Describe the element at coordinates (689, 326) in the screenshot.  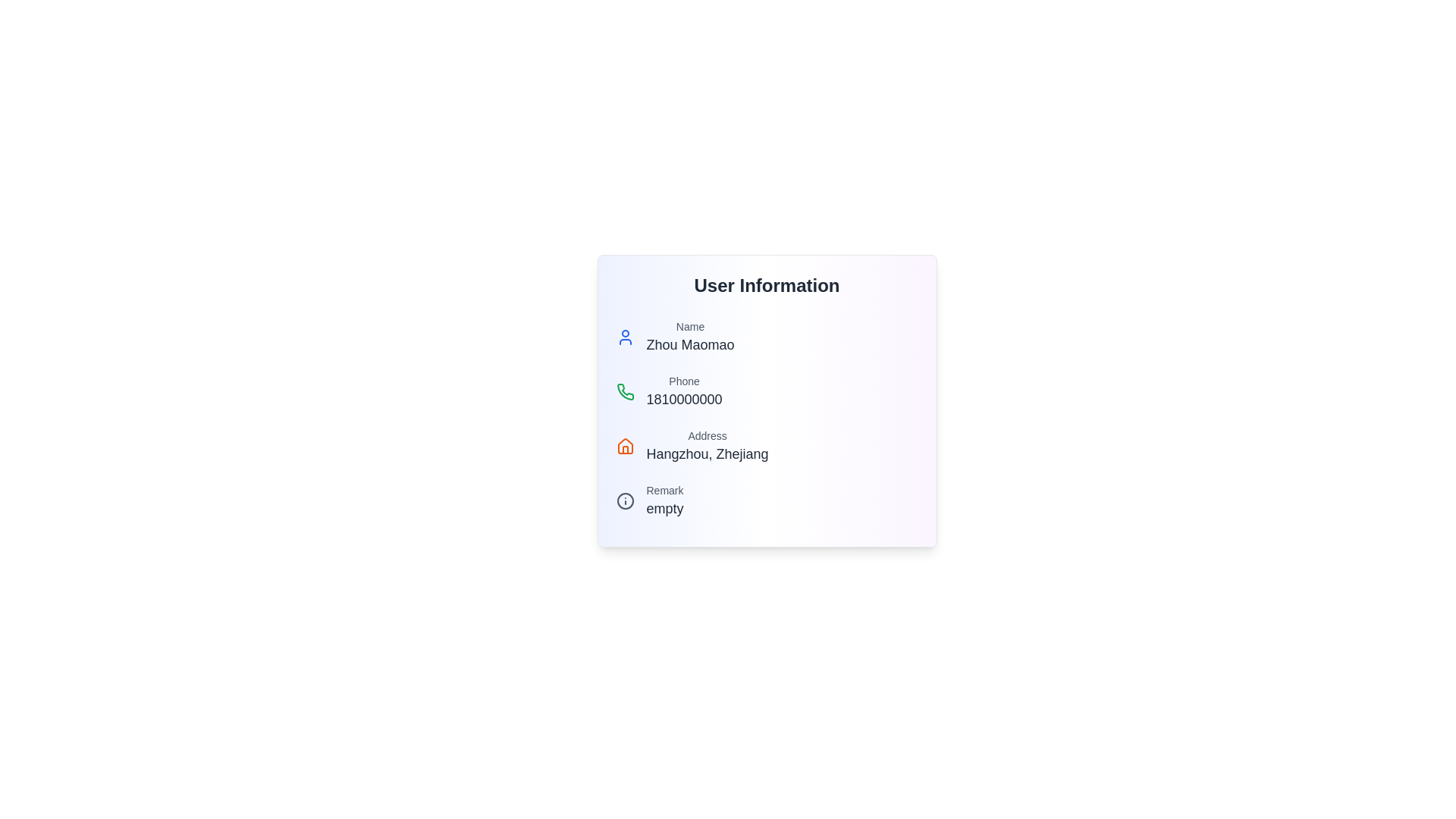
I see `the text label displaying 'Name' in medium gray color, which is positioned above 'Zhou Maomao' in the user details section` at that location.